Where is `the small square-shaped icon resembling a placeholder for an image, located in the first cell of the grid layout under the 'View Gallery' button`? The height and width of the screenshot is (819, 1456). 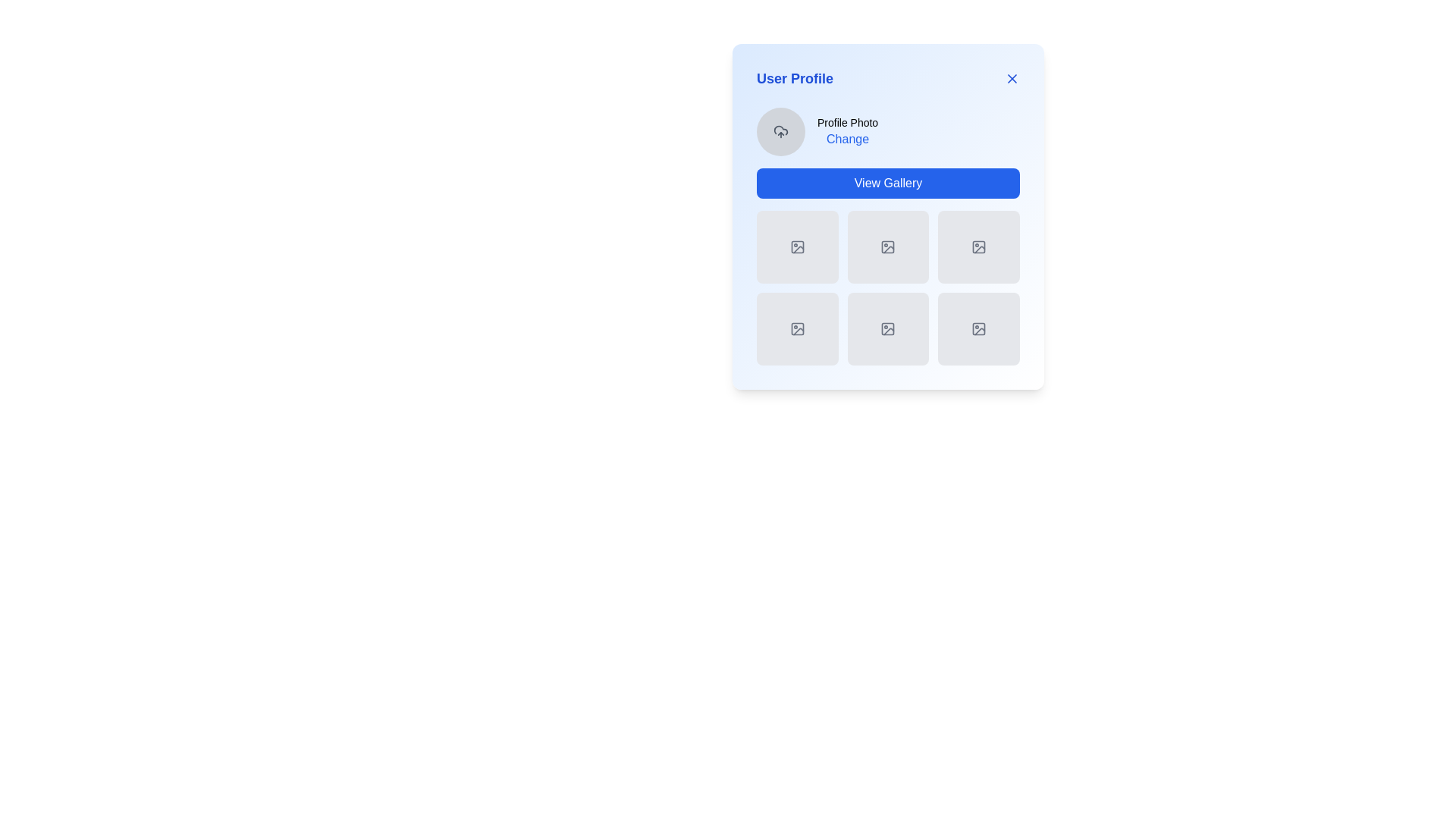 the small square-shaped icon resembling a placeholder for an image, located in the first cell of the grid layout under the 'View Gallery' button is located at coordinates (796, 246).